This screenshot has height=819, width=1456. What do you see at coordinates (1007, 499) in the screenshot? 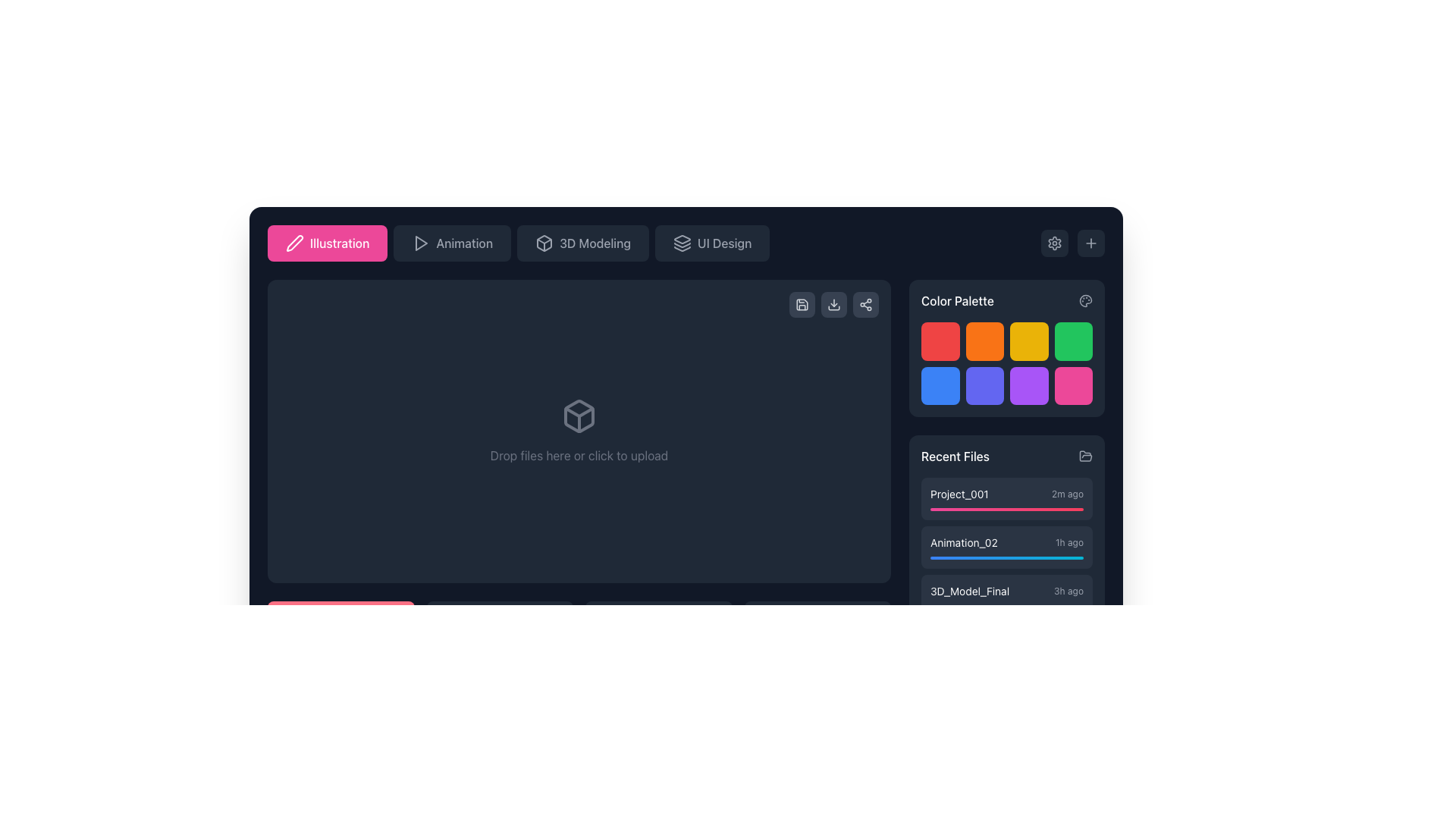
I see `the first entry in the recent files list, labeled 'Project_001'` at bounding box center [1007, 499].